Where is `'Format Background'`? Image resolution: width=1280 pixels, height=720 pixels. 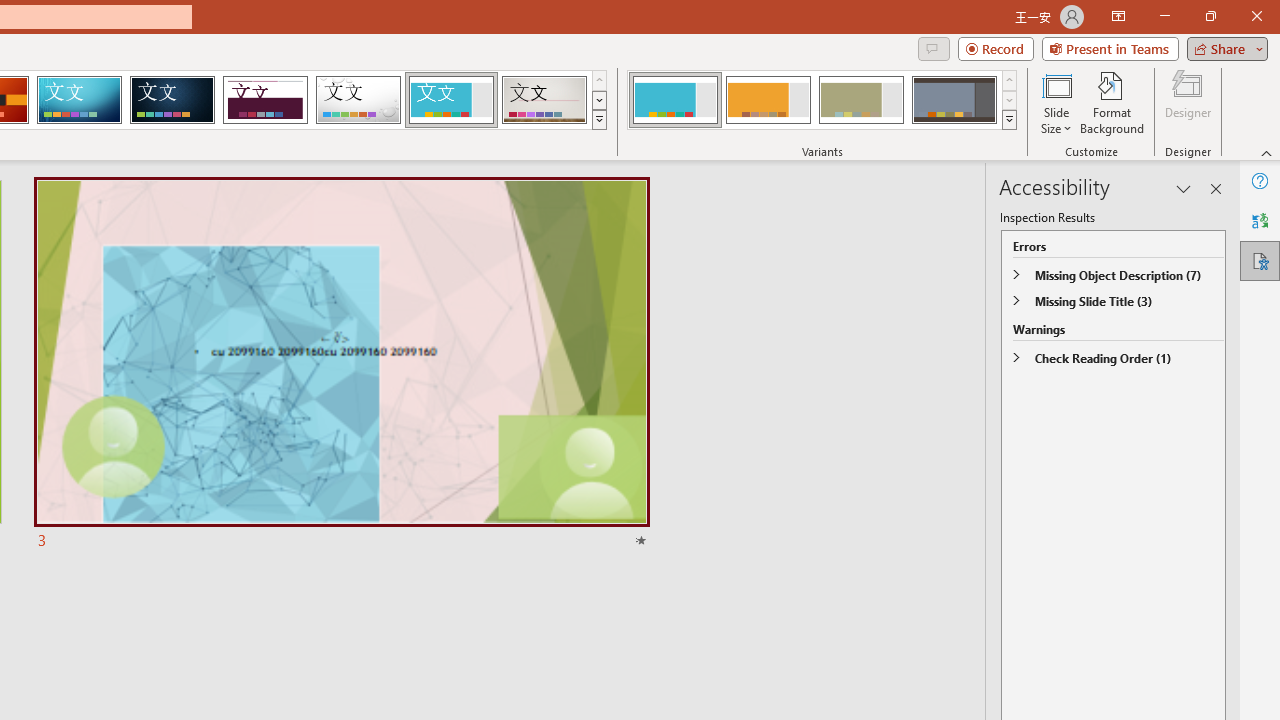 'Format Background' is located at coordinates (1111, 103).